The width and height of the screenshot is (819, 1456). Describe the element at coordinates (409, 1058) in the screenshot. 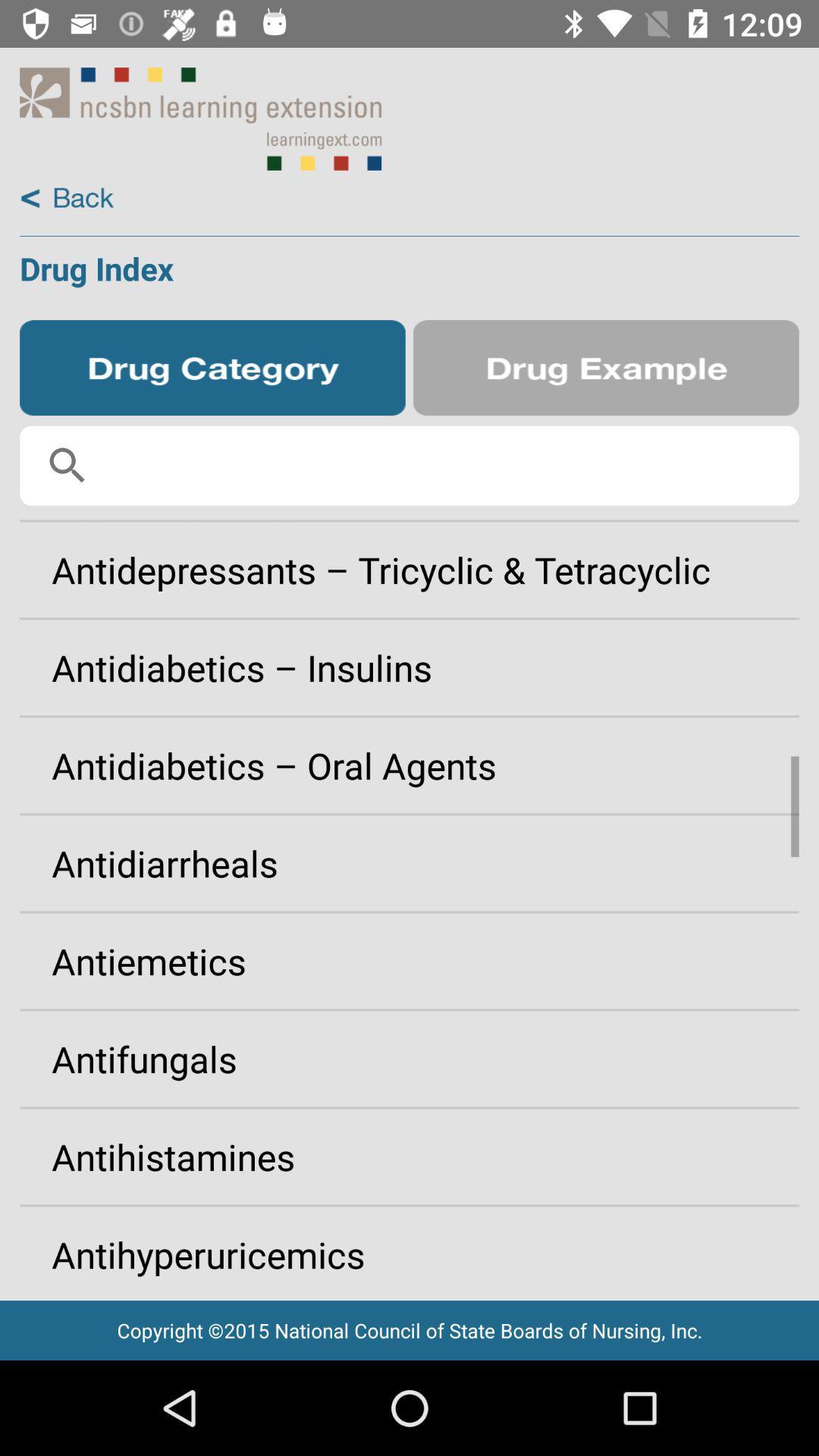

I see `antifungals` at that location.